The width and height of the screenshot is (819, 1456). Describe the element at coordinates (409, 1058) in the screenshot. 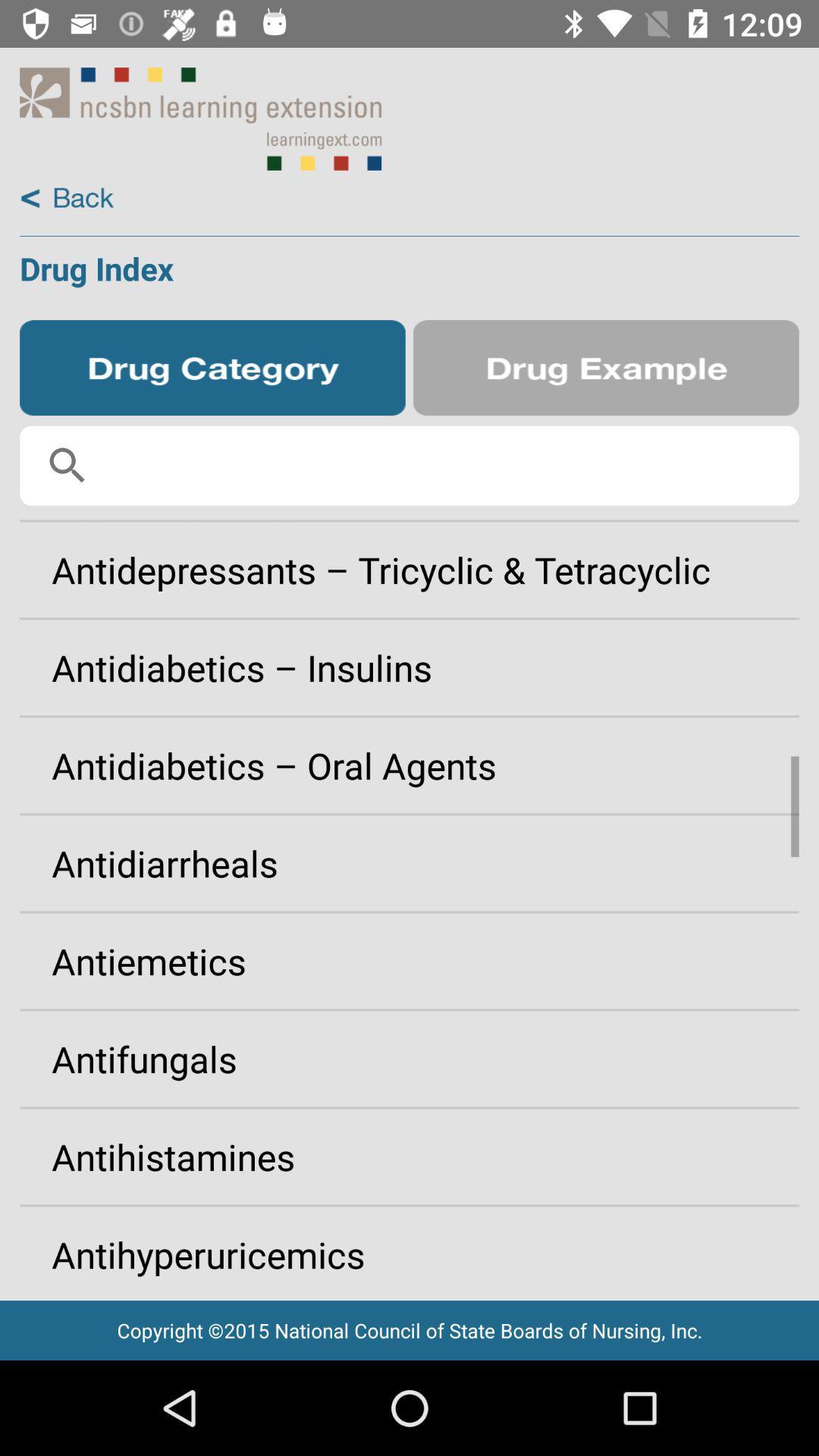

I see `antifungals` at that location.